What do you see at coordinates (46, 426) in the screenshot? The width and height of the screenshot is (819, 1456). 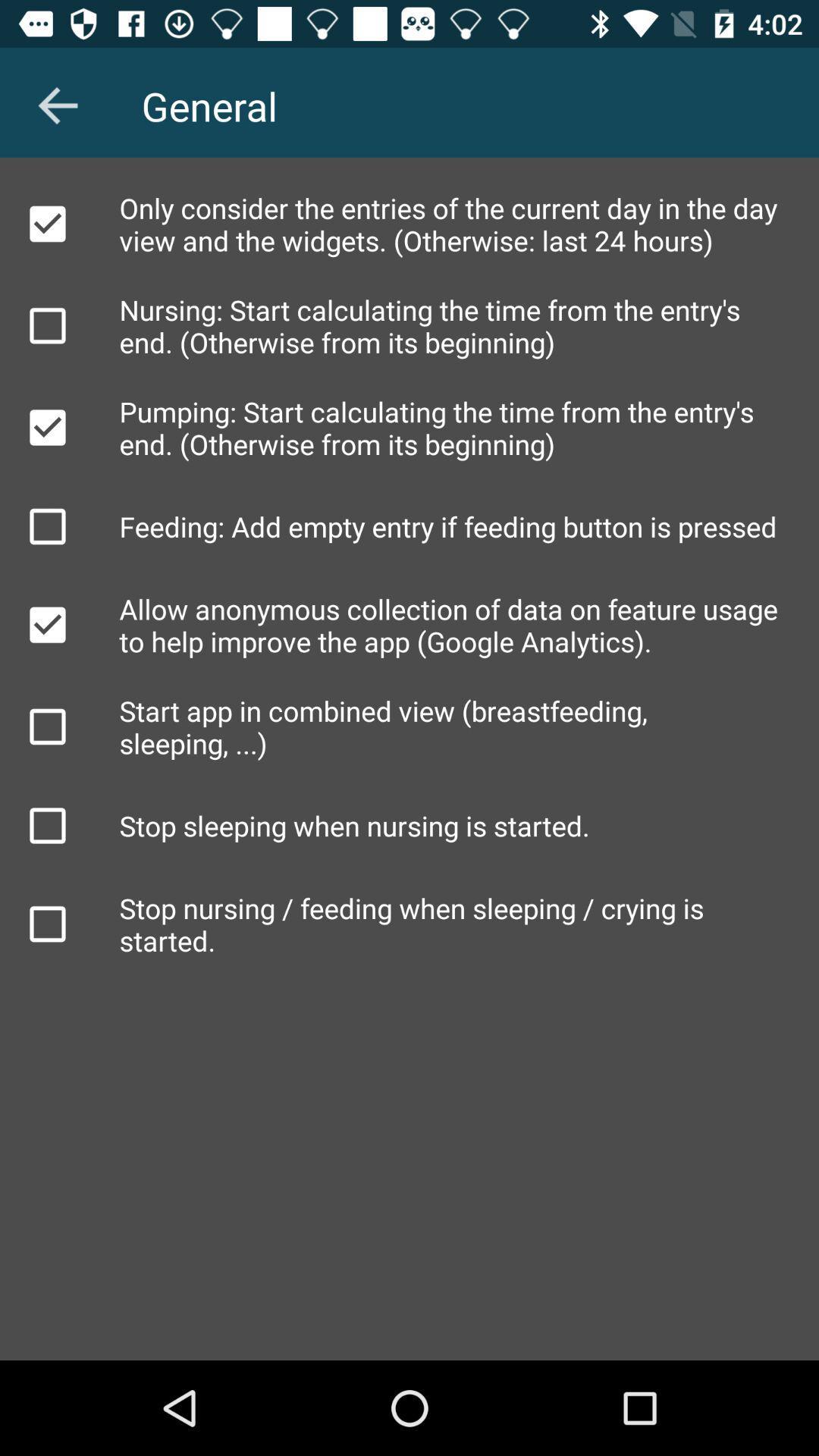 I see `options` at bounding box center [46, 426].